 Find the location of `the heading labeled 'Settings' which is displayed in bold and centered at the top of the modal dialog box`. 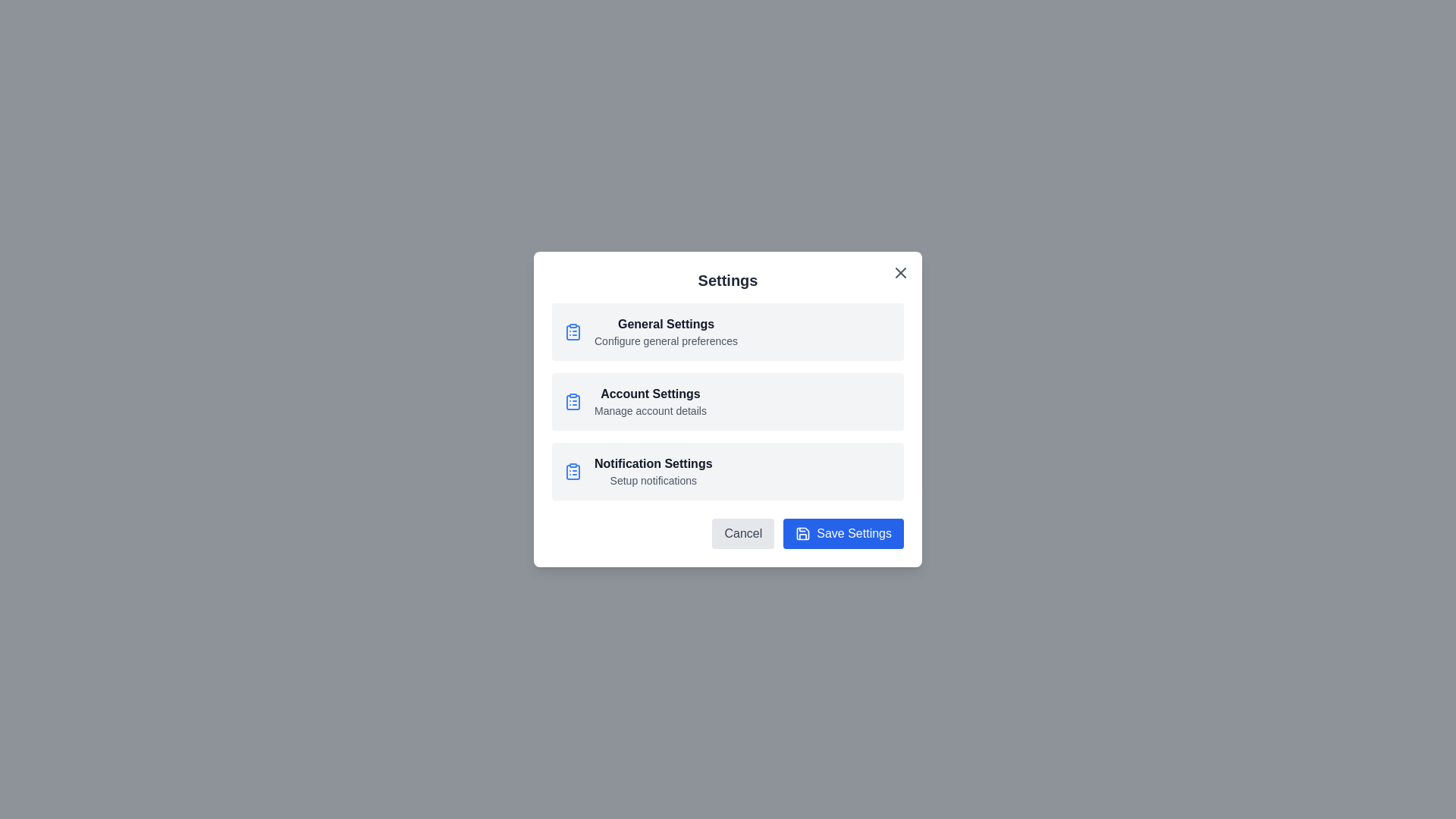

the heading labeled 'Settings' which is displayed in bold and centered at the top of the modal dialog box is located at coordinates (728, 281).